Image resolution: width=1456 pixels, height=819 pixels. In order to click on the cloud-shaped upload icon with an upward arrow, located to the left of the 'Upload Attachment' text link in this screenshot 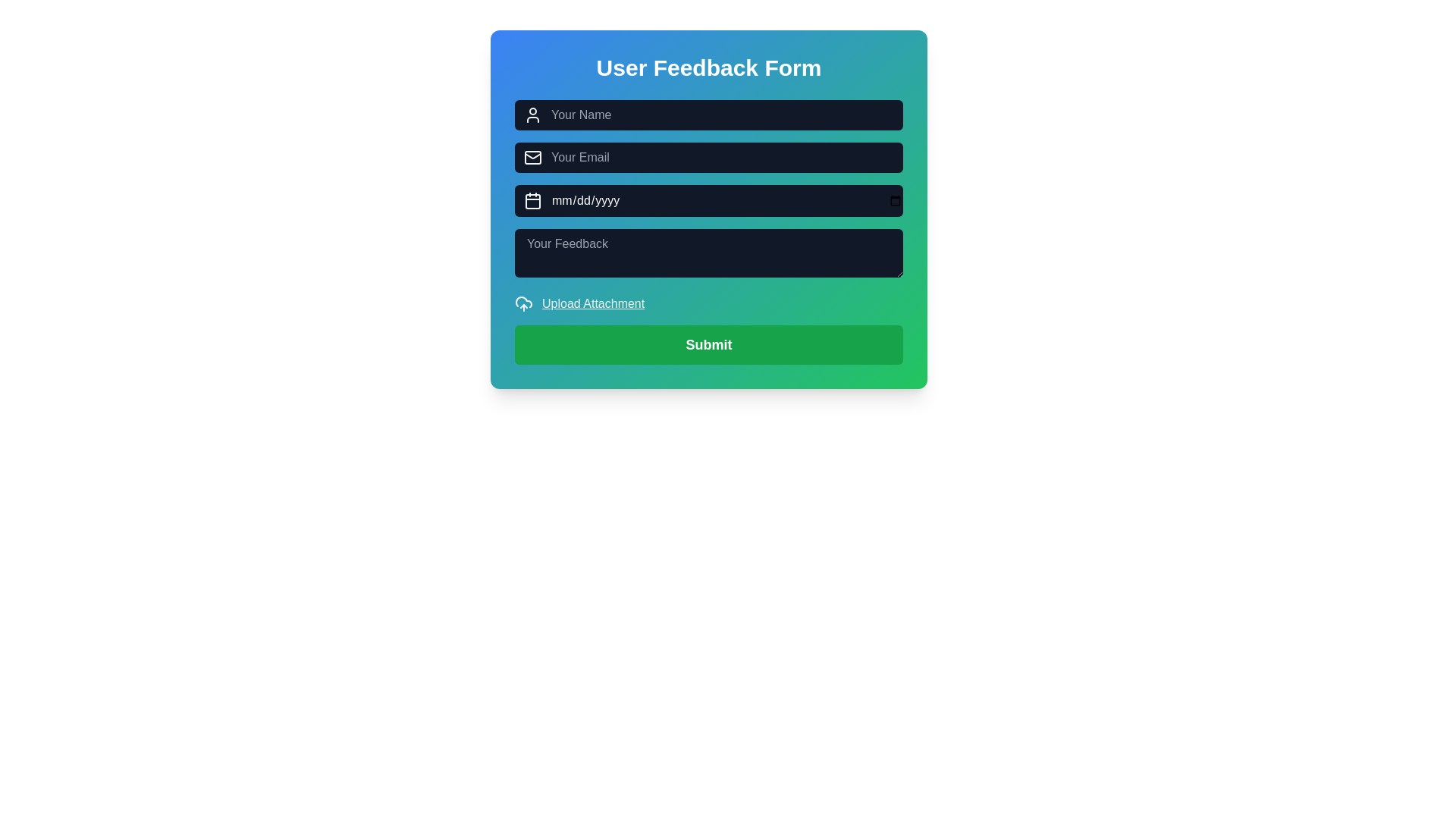, I will do `click(524, 304)`.